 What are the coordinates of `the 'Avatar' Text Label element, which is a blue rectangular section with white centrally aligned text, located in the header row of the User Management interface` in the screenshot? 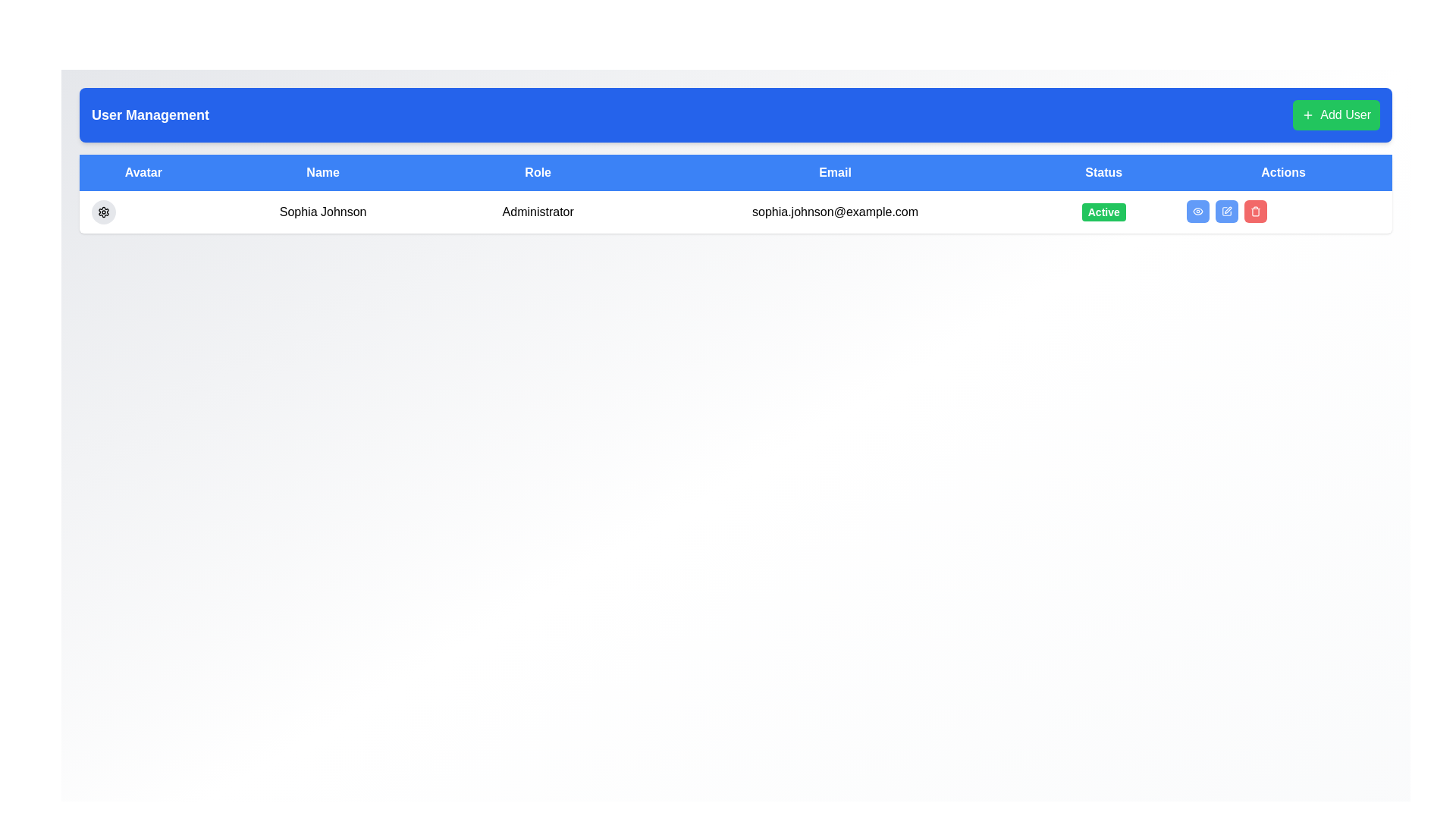 It's located at (143, 171).